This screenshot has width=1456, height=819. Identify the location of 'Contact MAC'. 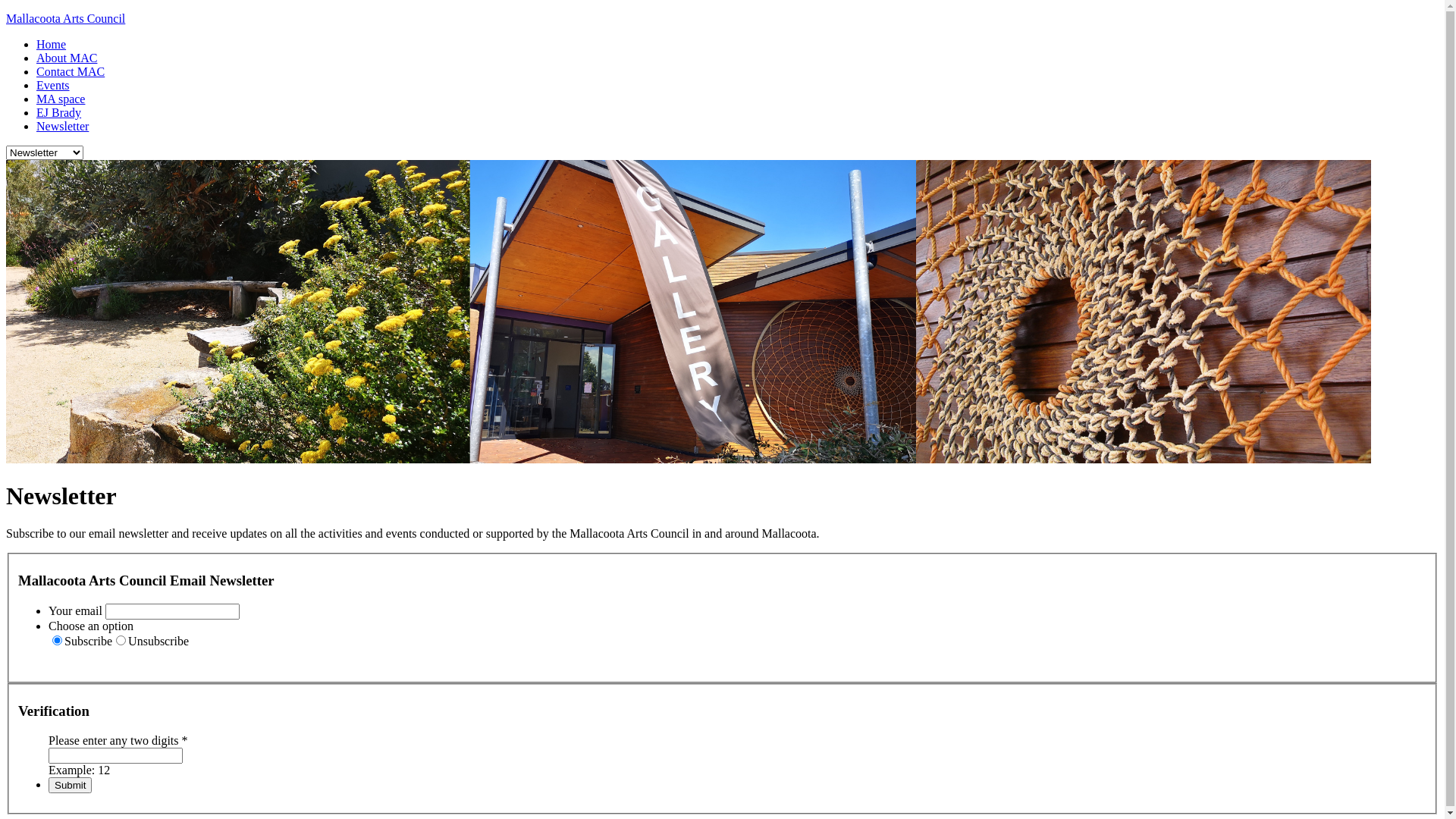
(36, 71).